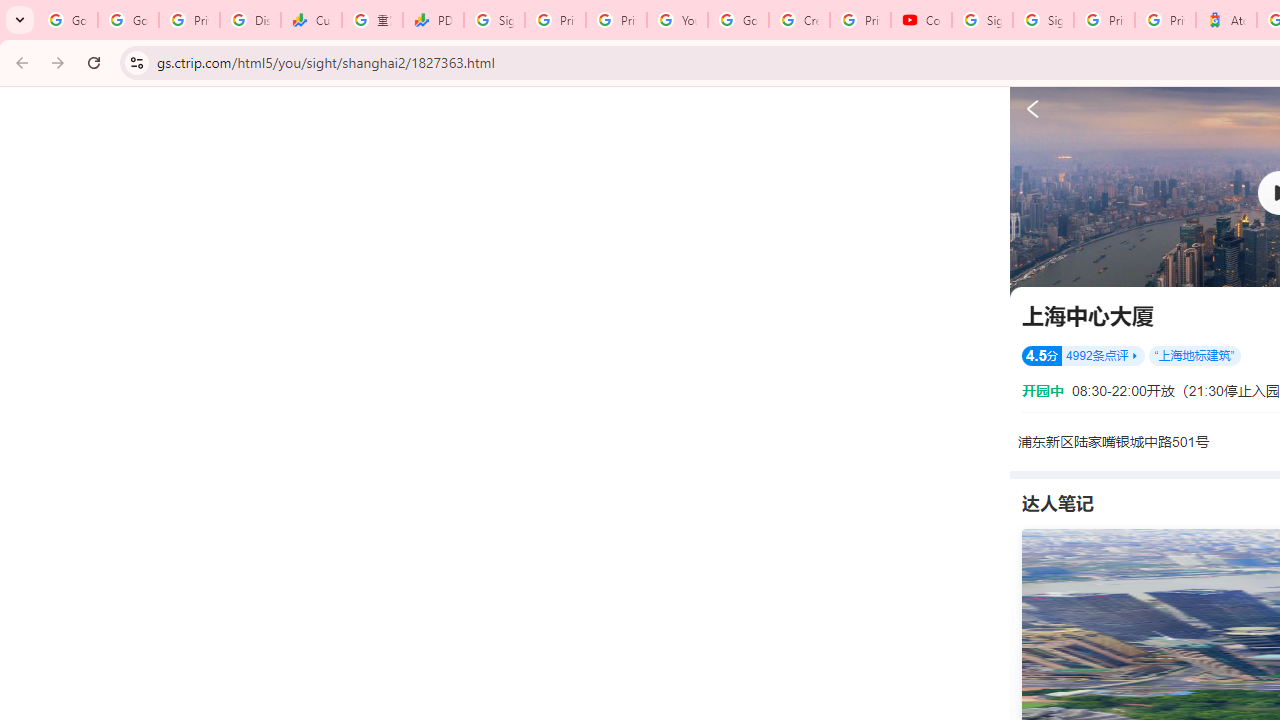 The width and height of the screenshot is (1280, 720). What do you see at coordinates (798, 20) in the screenshot?
I see `'Create your Google Account'` at bounding box center [798, 20].